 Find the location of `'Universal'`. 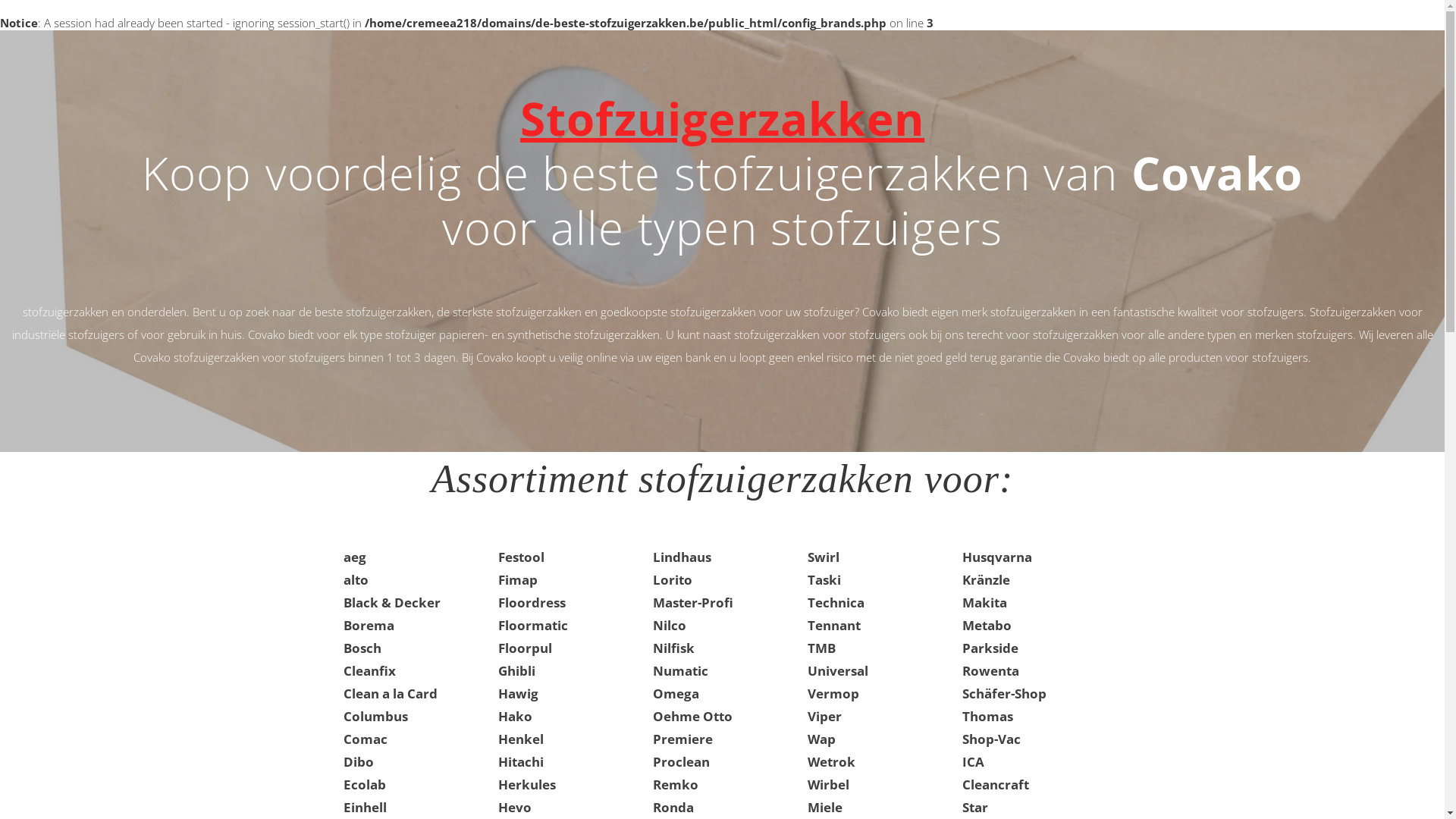

'Universal' is located at coordinates (806, 670).